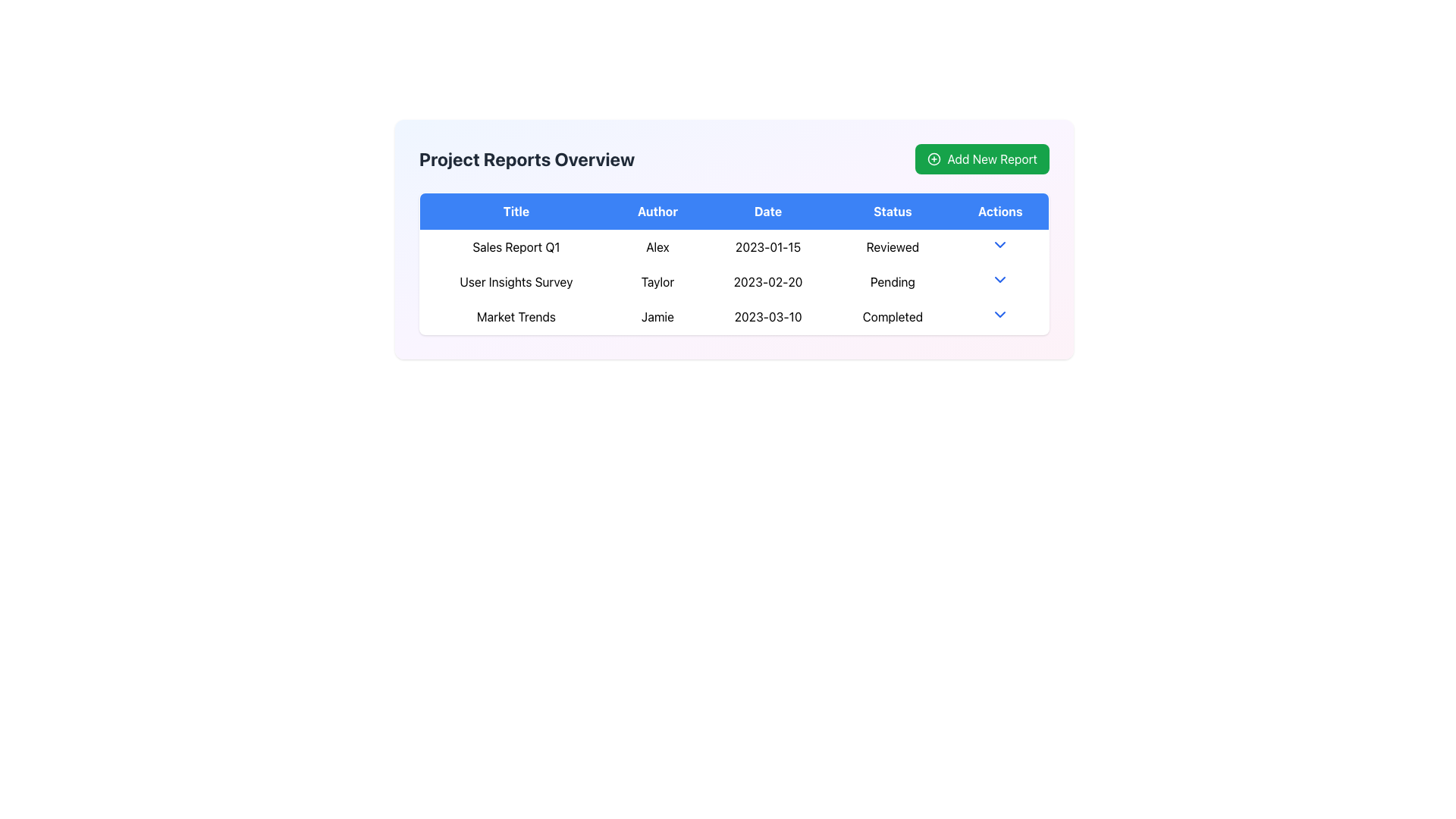 This screenshot has height=819, width=1456. What do you see at coordinates (1000, 314) in the screenshot?
I see `the downward arrow icon in the 'Actions' column of the last row of the table` at bounding box center [1000, 314].